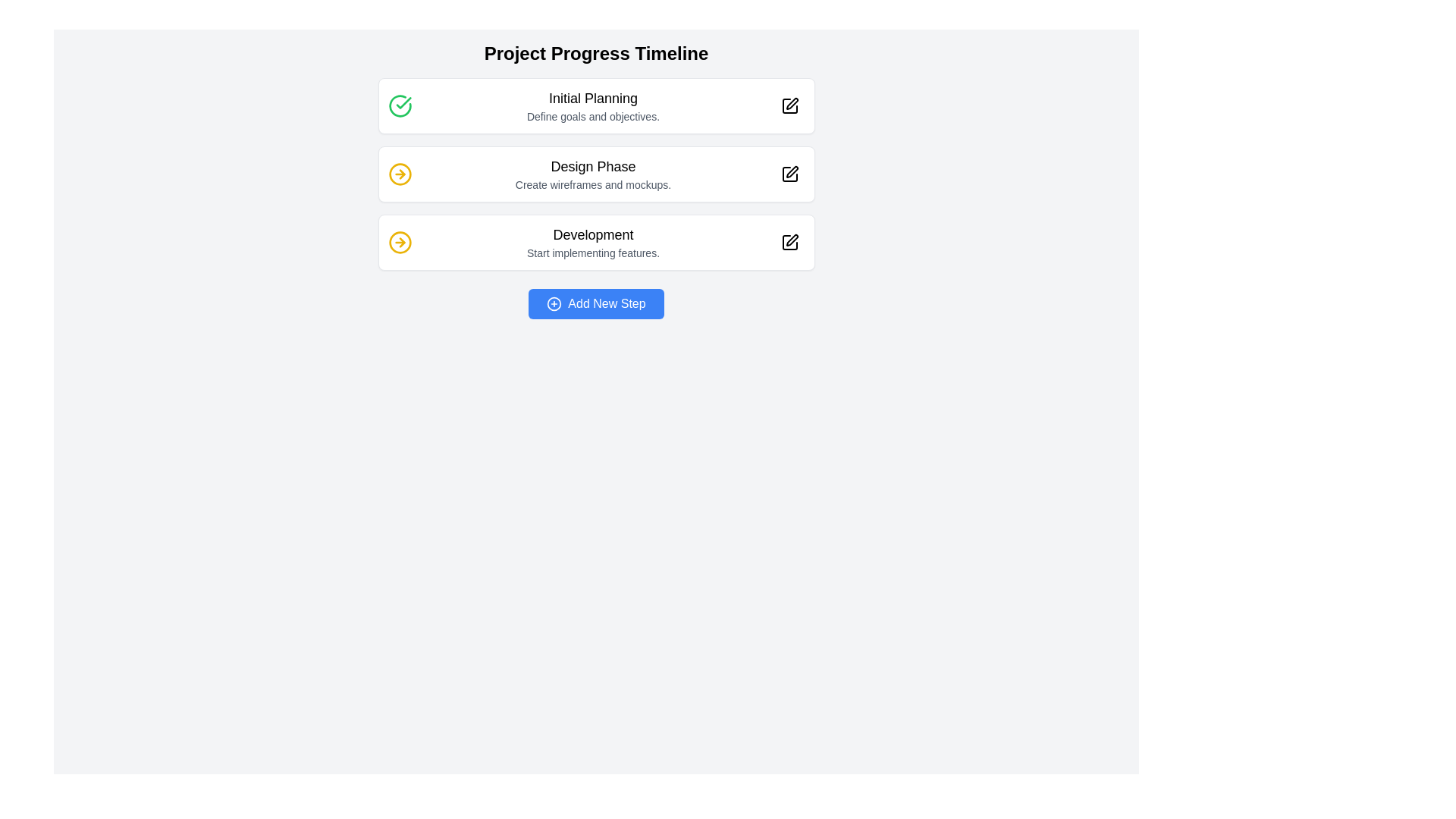  Describe the element at coordinates (595, 52) in the screenshot. I see `the Text Header element that serves as the primary heading for the project progress timeline interface` at that location.